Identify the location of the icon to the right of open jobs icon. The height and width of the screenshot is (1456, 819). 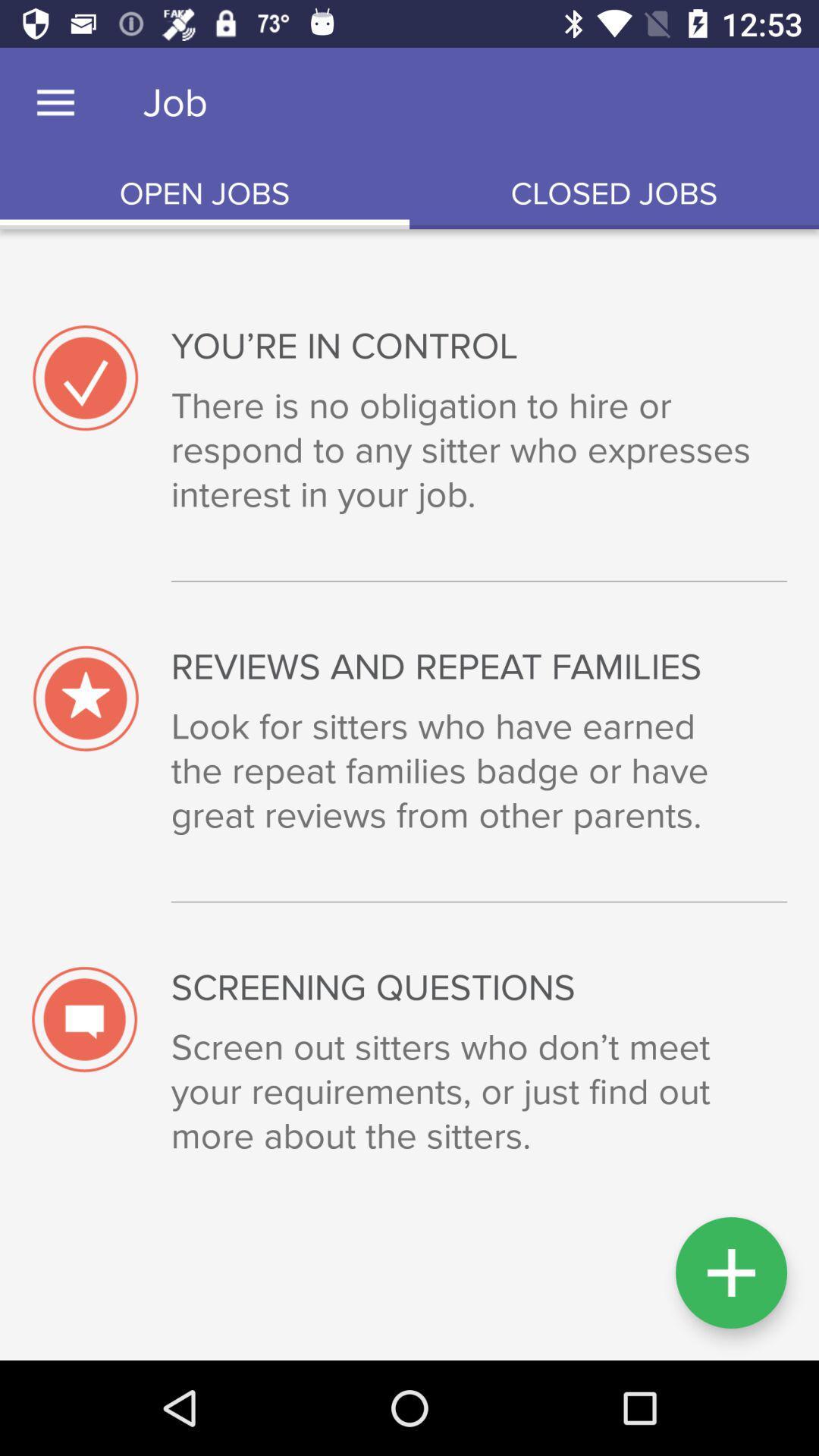
(614, 193).